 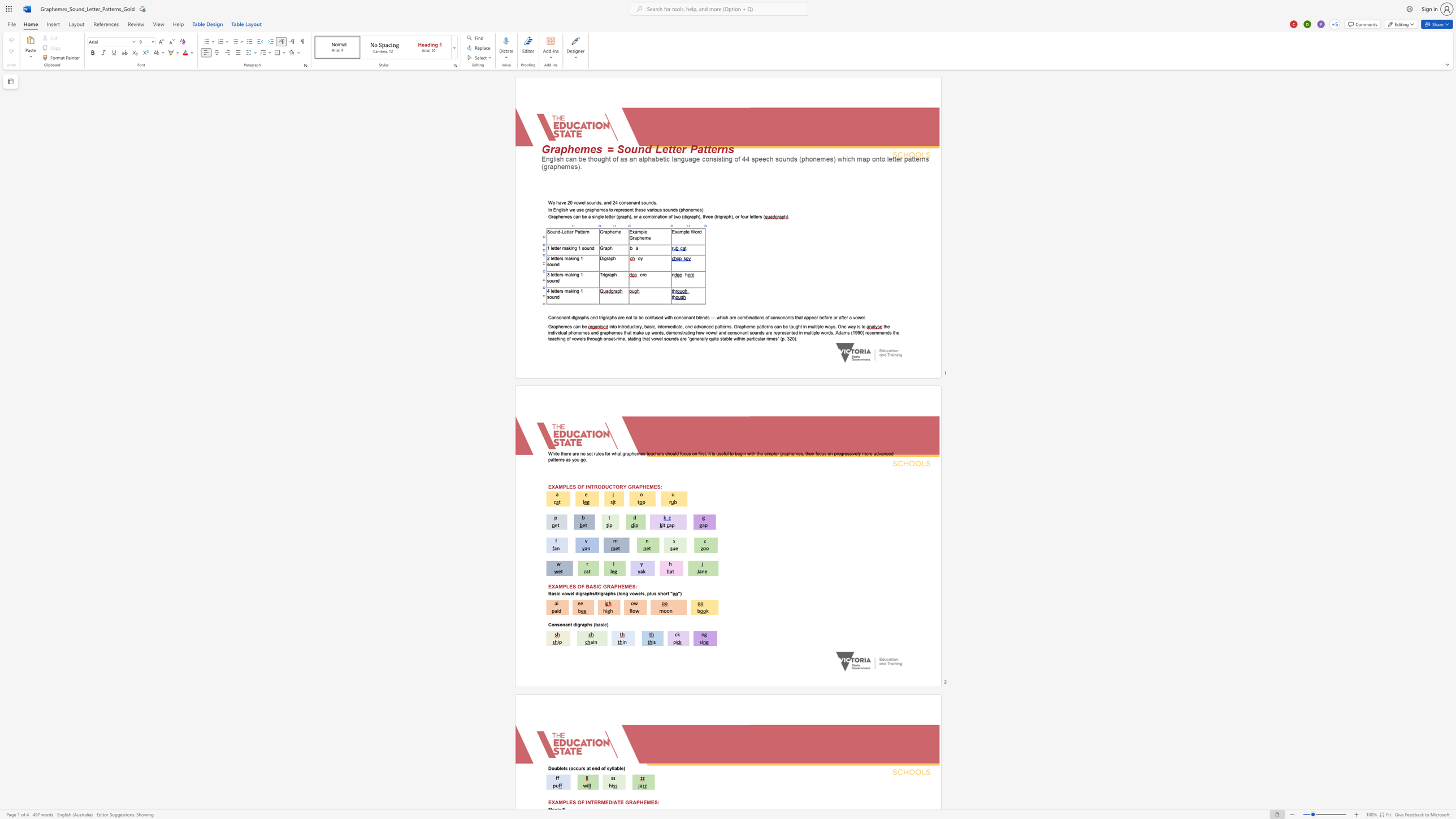 I want to click on the 10th character "o" in the text, so click(x=766, y=317).